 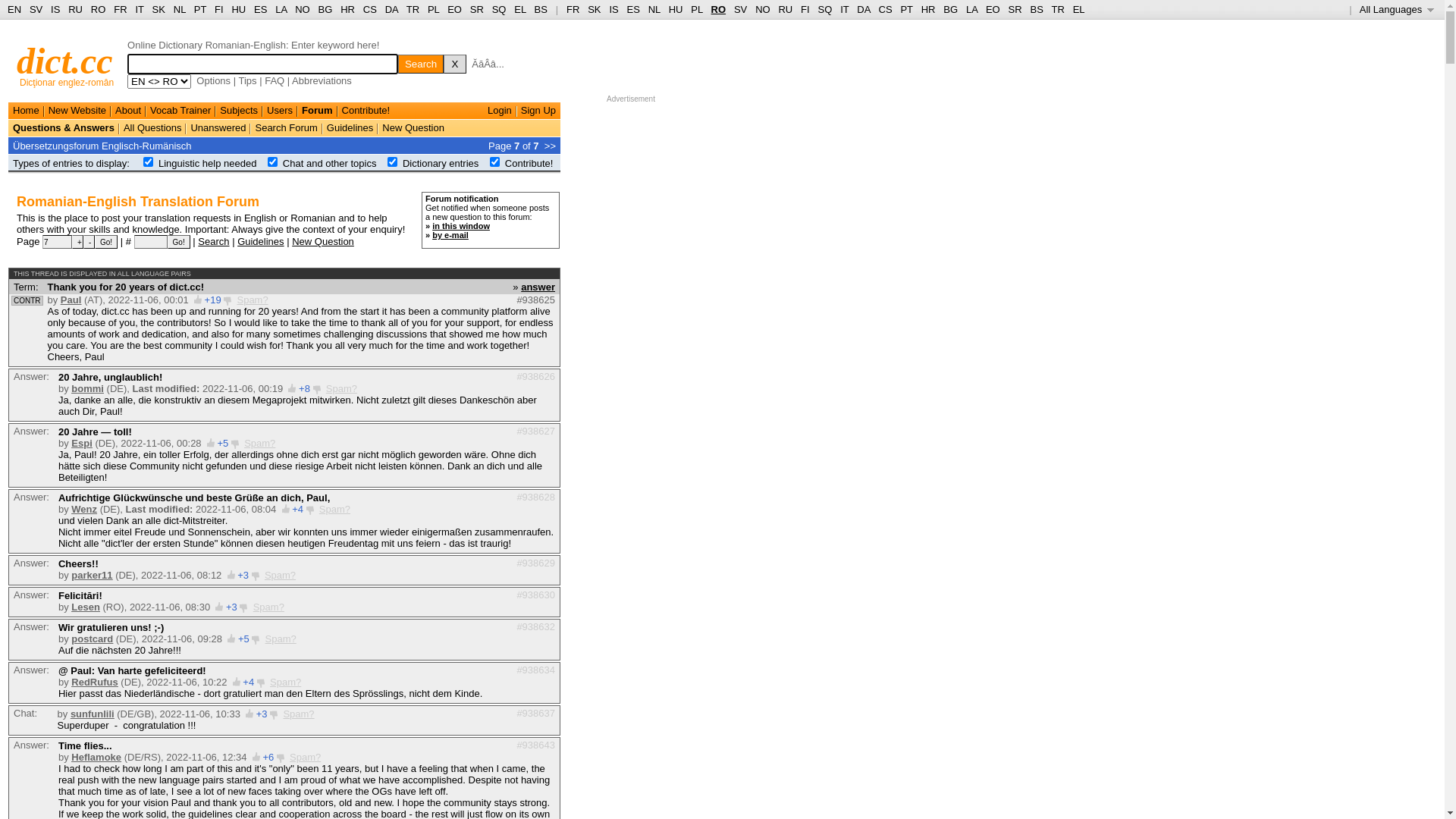 I want to click on 'Wenz', so click(x=83, y=509).